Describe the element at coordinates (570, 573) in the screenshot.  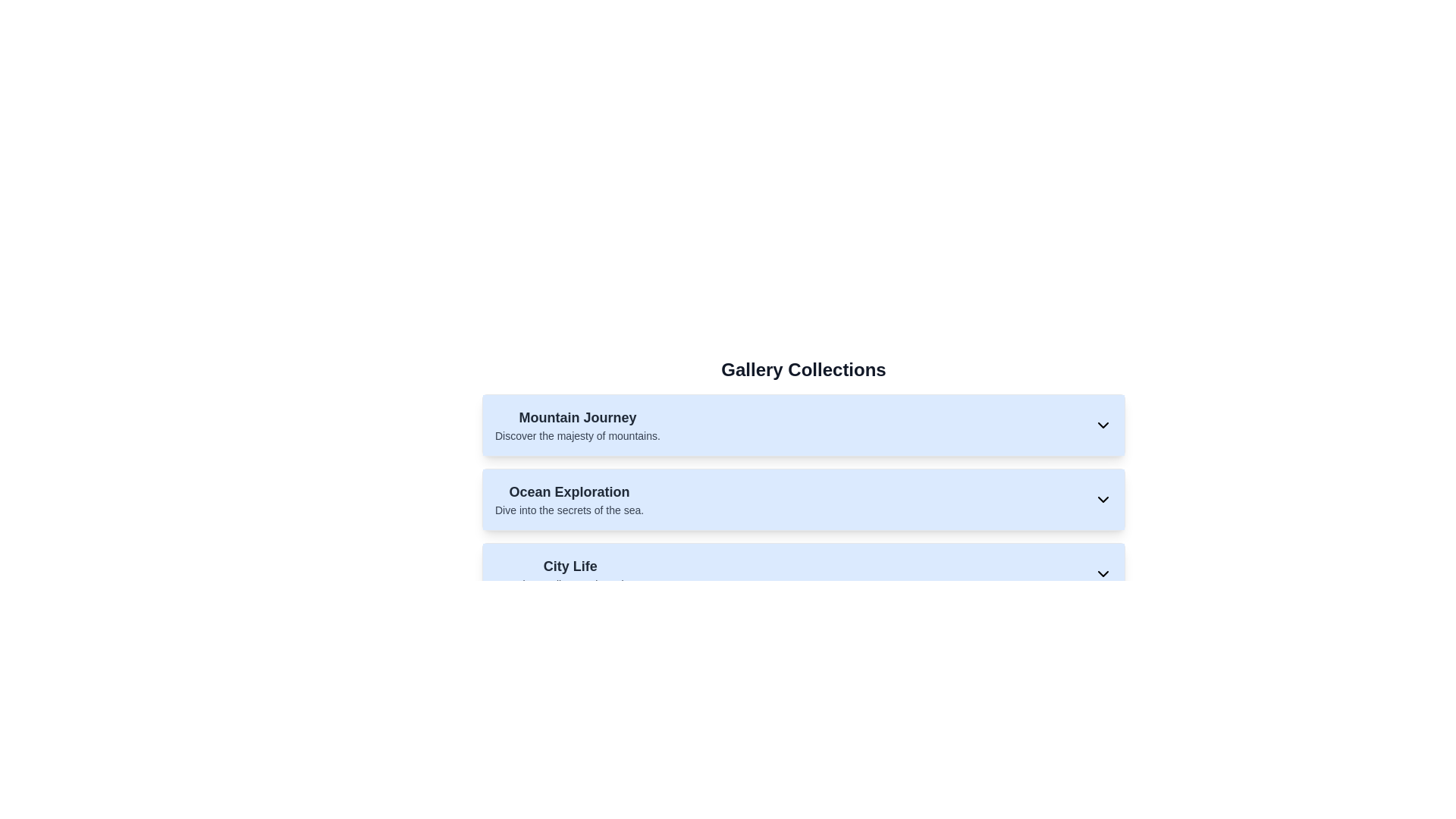
I see `descriptive text block titled 'City Life', which is the third item in a vertical list located between 'Ocean Exploration' and other content` at that location.